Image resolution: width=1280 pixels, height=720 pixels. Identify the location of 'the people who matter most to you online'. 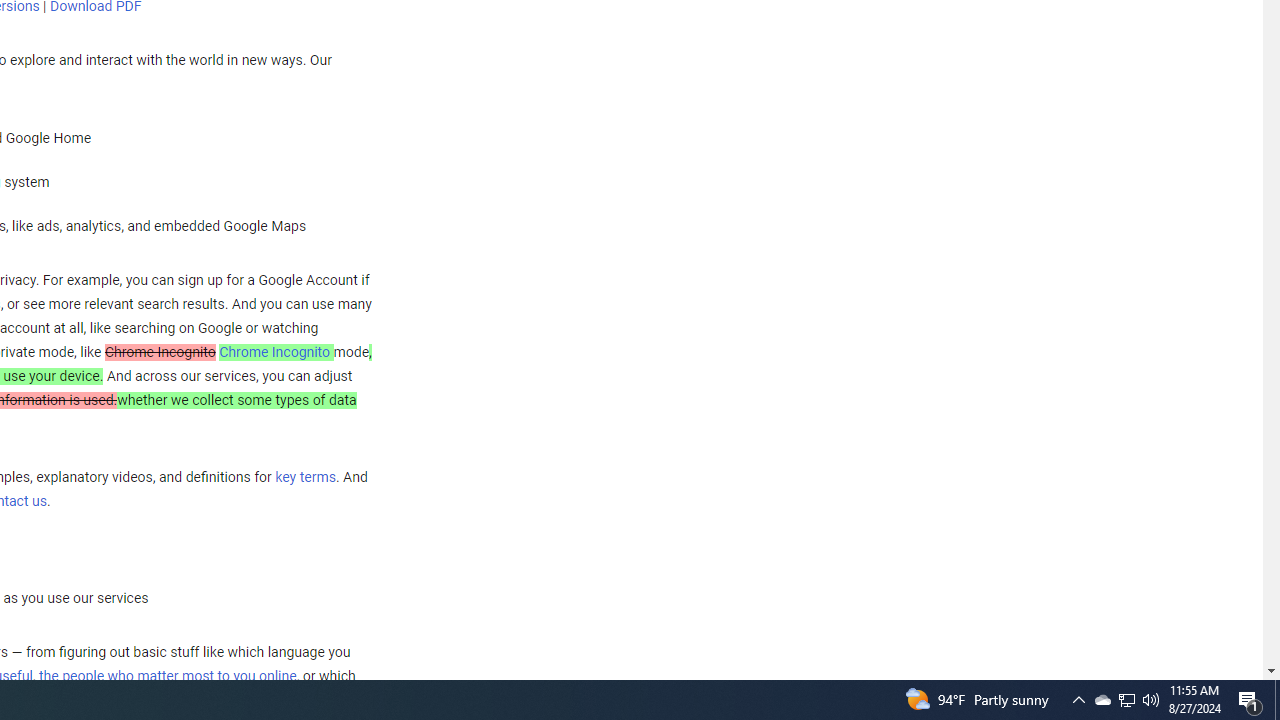
(167, 675).